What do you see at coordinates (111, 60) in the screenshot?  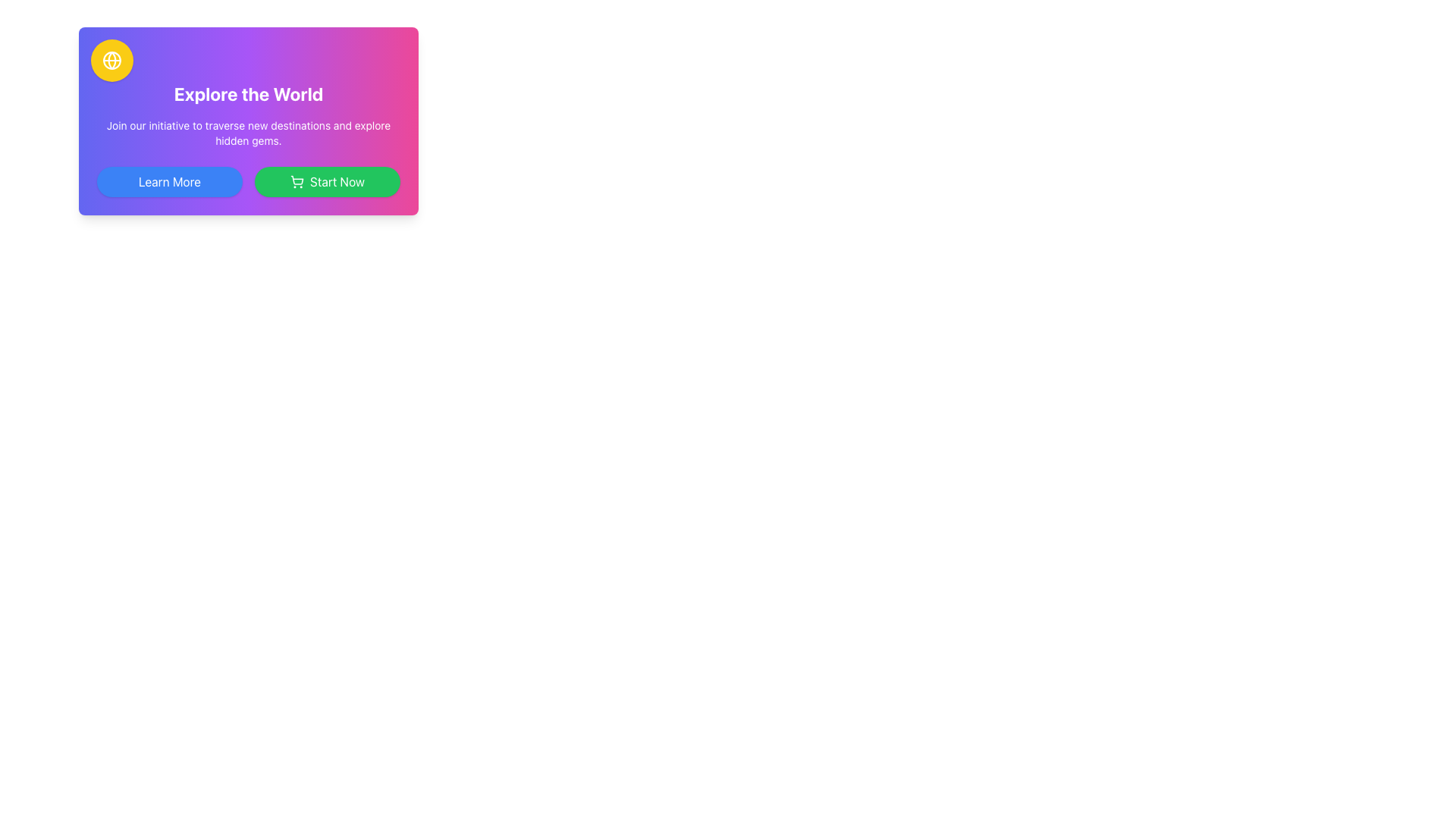 I see `the SVG Circle icon resembling a globe, which is centered in a yellow circle located in the upper left of a rectangular card component` at bounding box center [111, 60].